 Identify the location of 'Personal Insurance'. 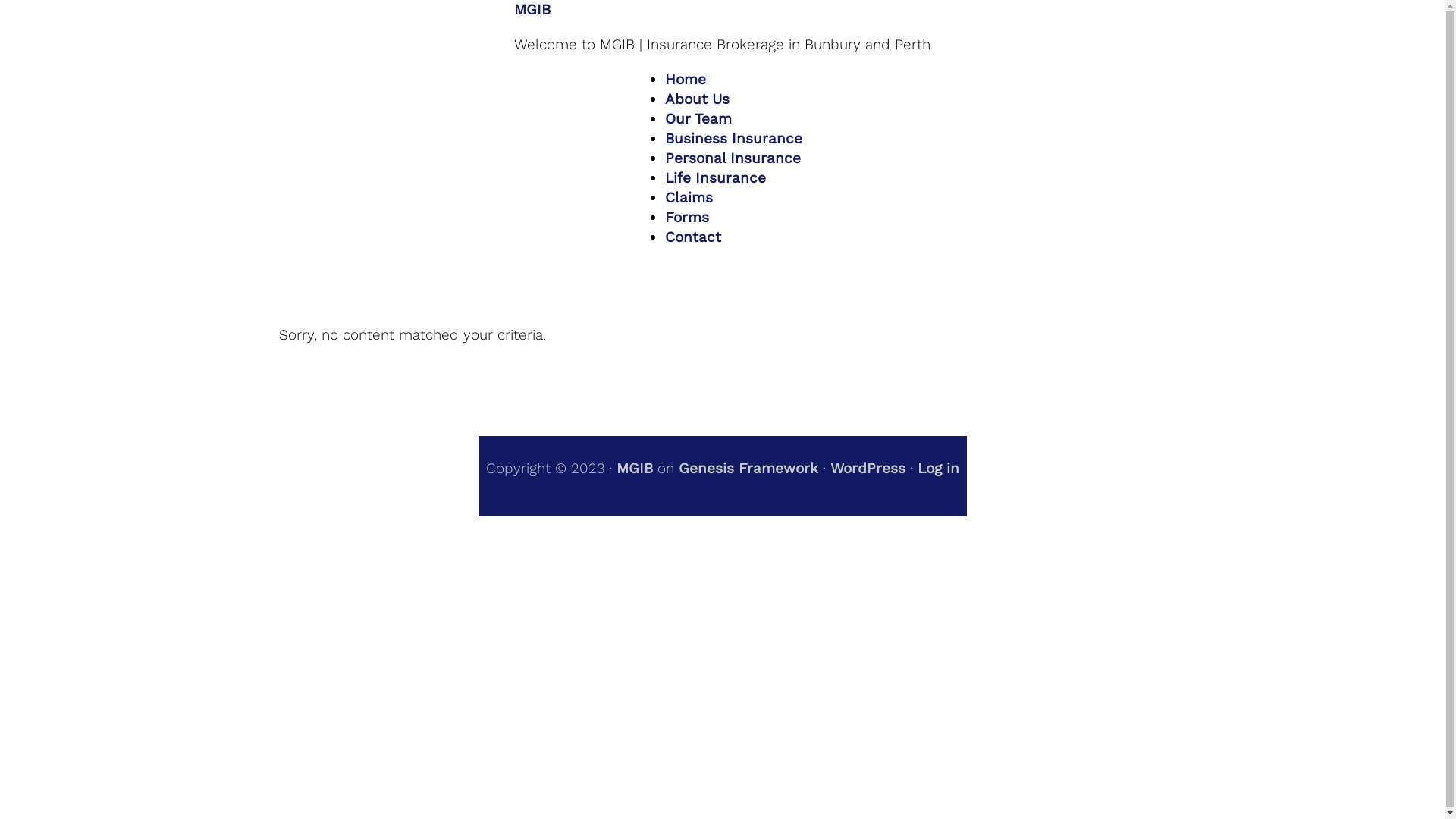
(665, 158).